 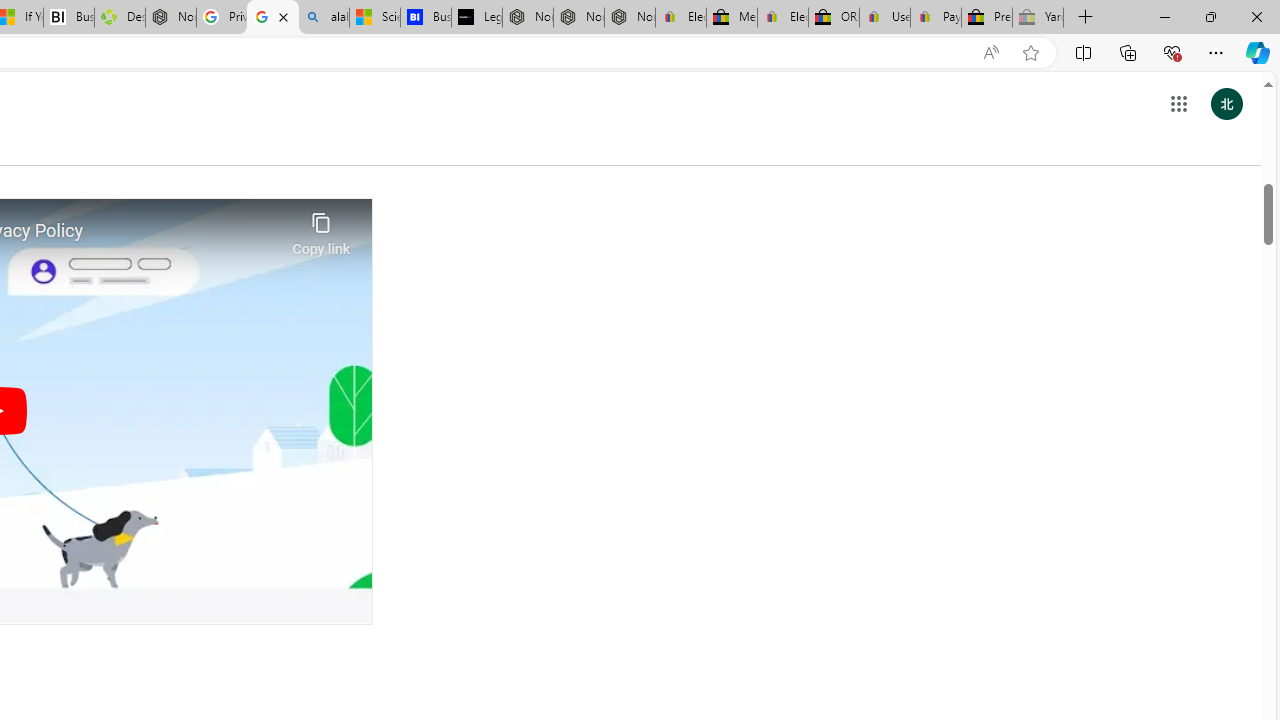 I want to click on 'Payments Terms of Use | eBay.com', so click(x=935, y=17).